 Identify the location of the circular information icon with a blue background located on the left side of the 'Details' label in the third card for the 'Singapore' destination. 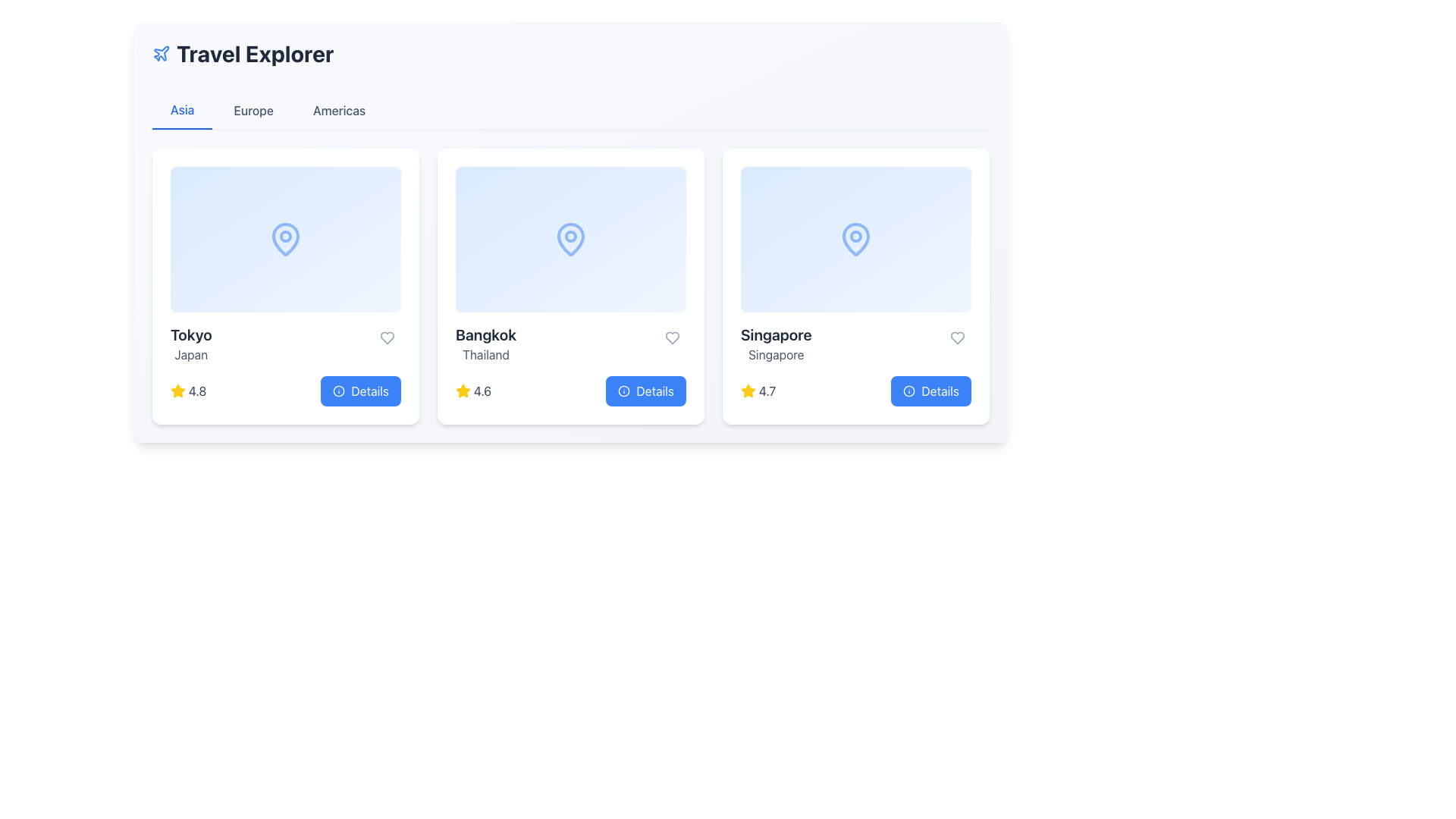
(909, 391).